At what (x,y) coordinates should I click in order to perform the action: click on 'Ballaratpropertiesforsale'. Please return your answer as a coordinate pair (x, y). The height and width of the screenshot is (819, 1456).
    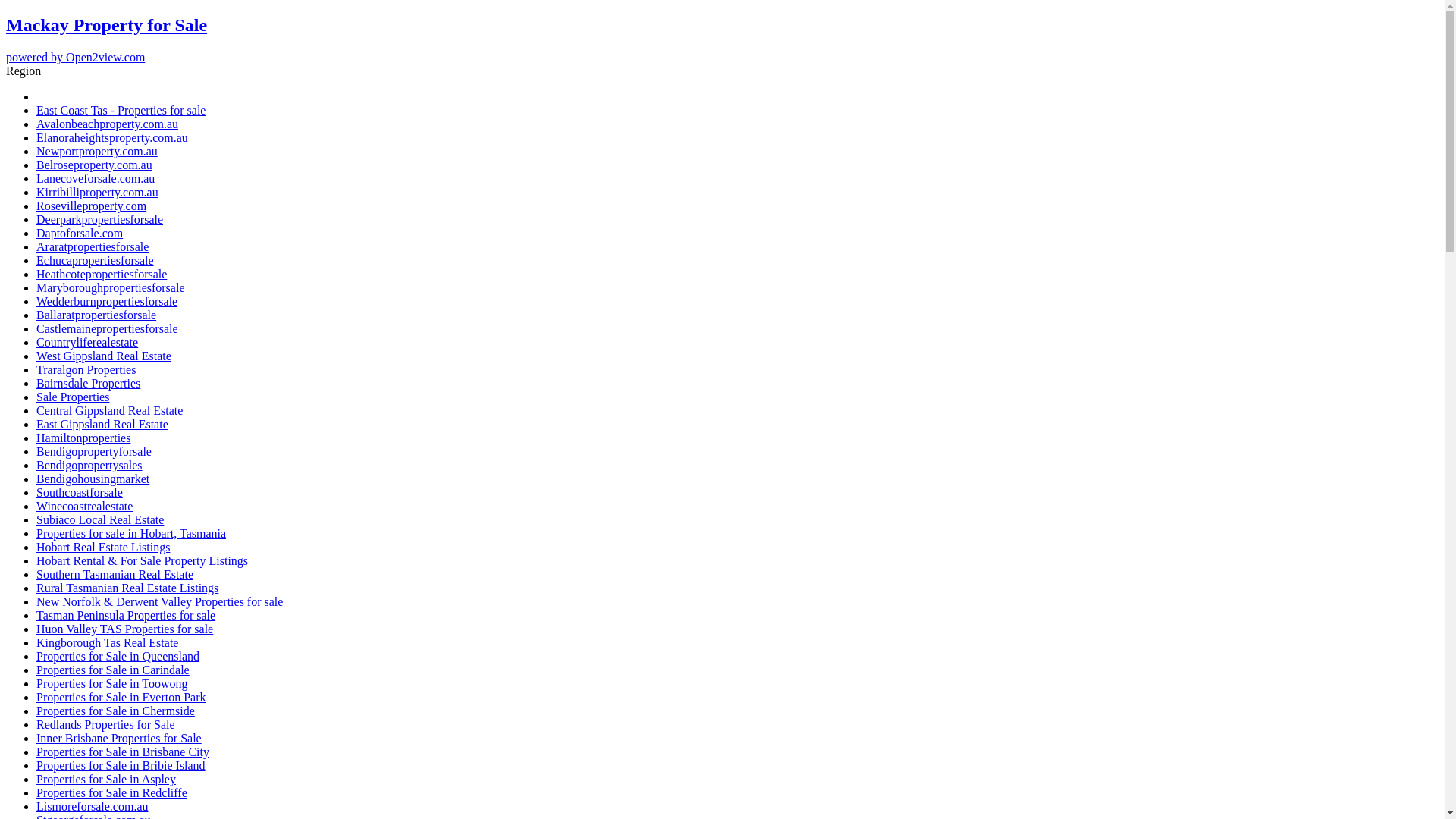
    Looking at the image, I should click on (95, 314).